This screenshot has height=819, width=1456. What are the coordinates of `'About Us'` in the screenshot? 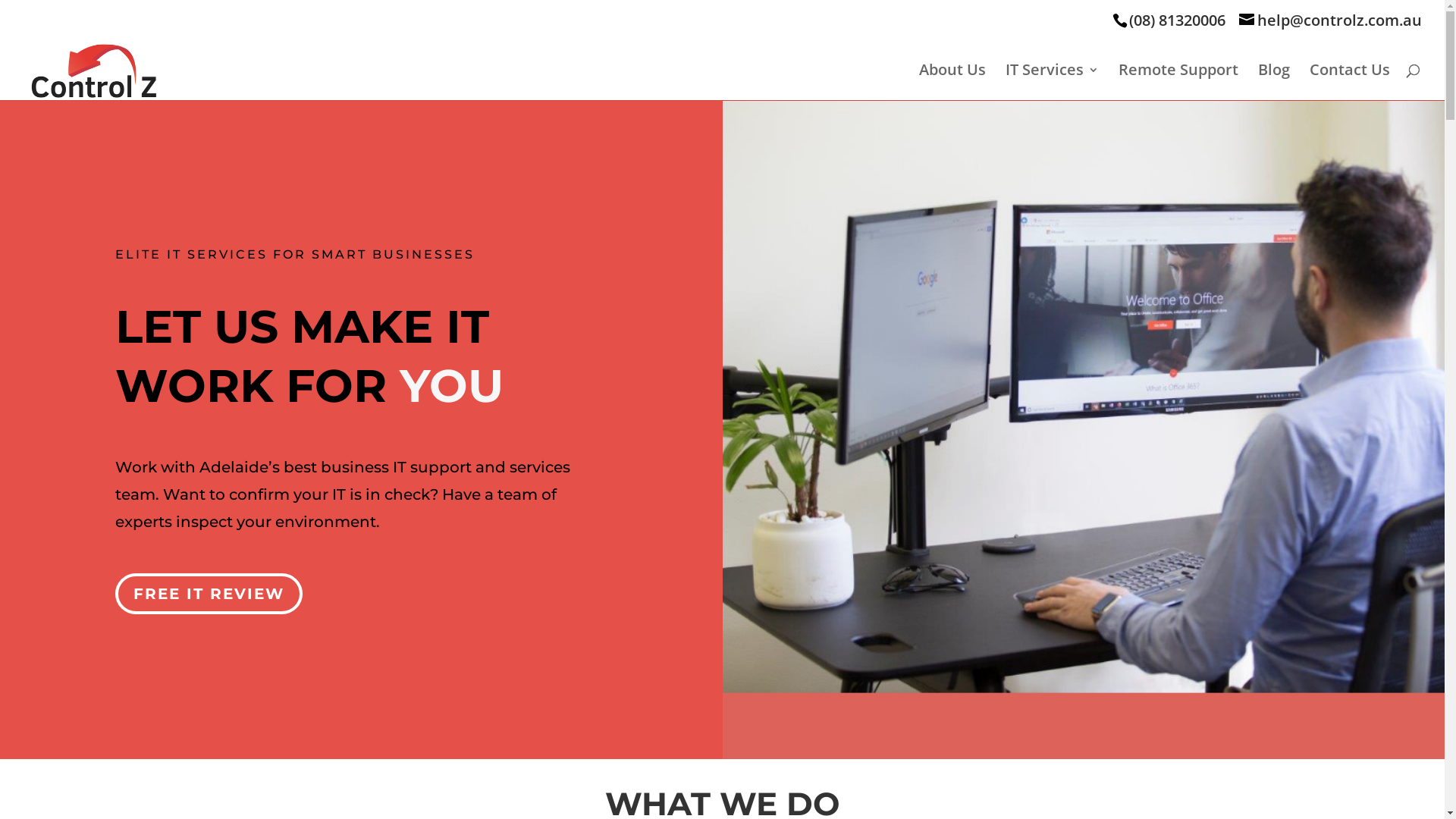 It's located at (952, 82).